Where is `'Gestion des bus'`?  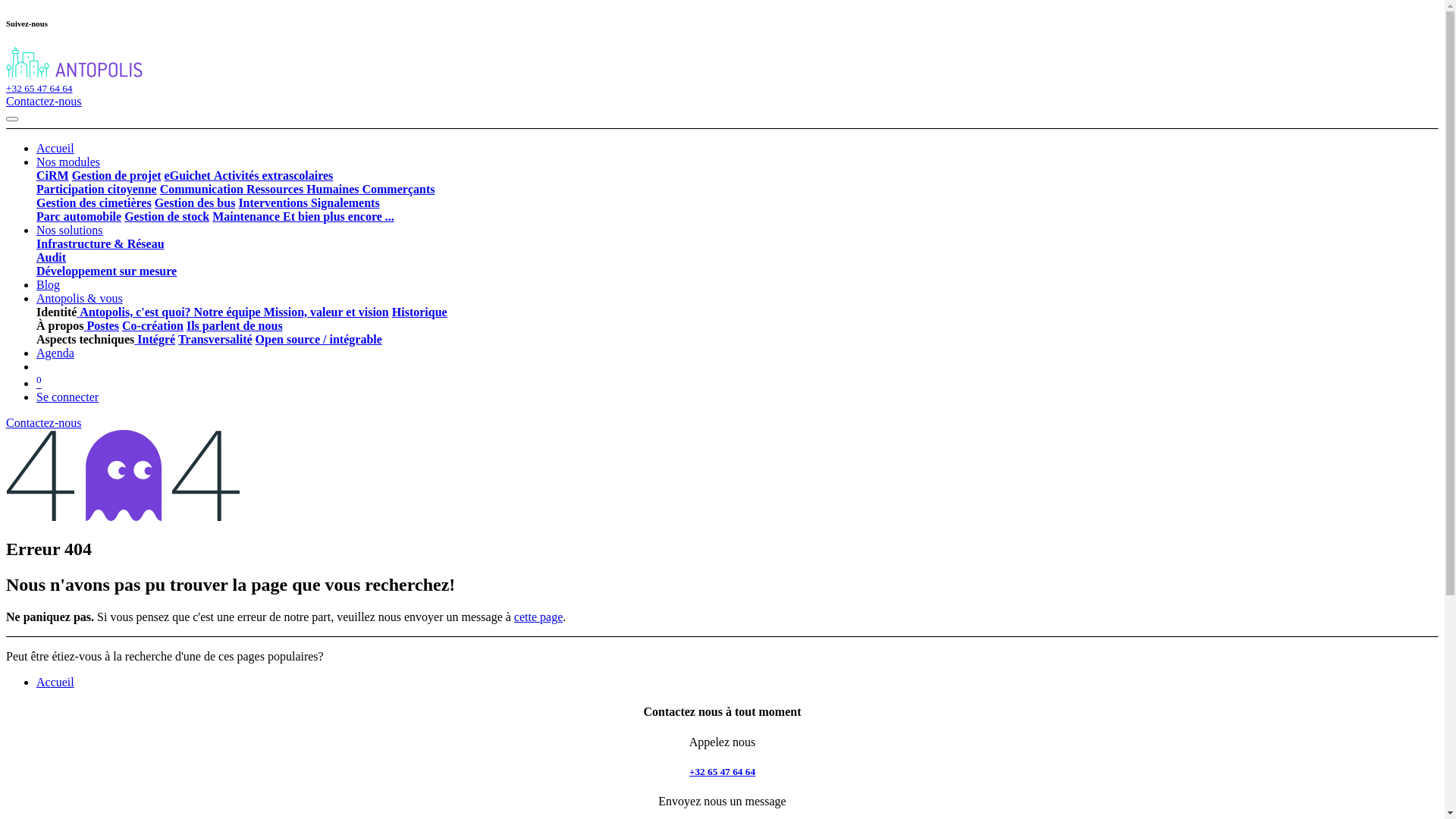
'Gestion des bus' is located at coordinates (154, 202).